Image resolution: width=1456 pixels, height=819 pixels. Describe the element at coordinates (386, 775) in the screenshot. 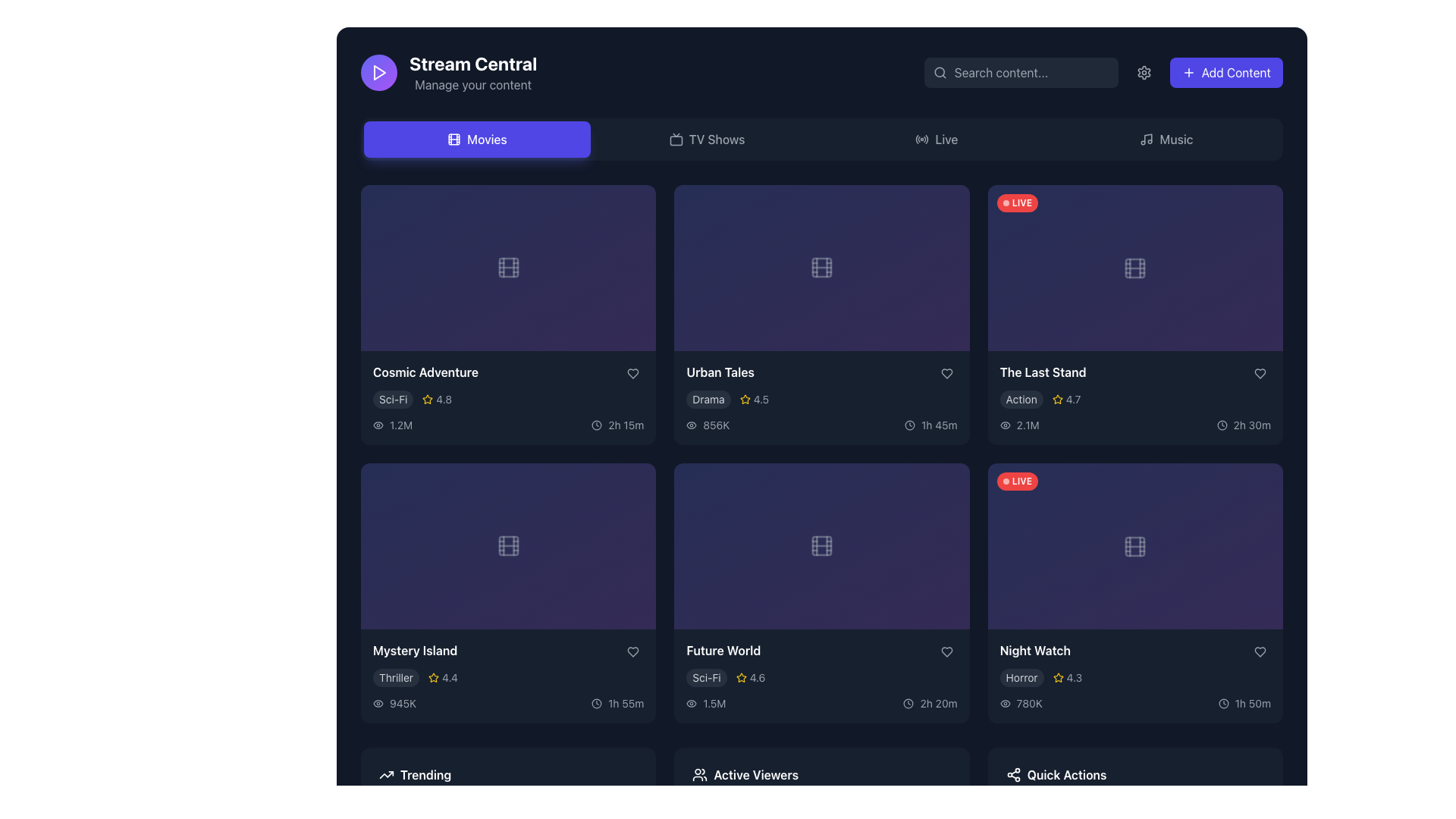

I see `the upward pointing arrow vector icon outlined in white, located to the left of the text label 'Trending' in the bottom-left corner of the interface` at that location.